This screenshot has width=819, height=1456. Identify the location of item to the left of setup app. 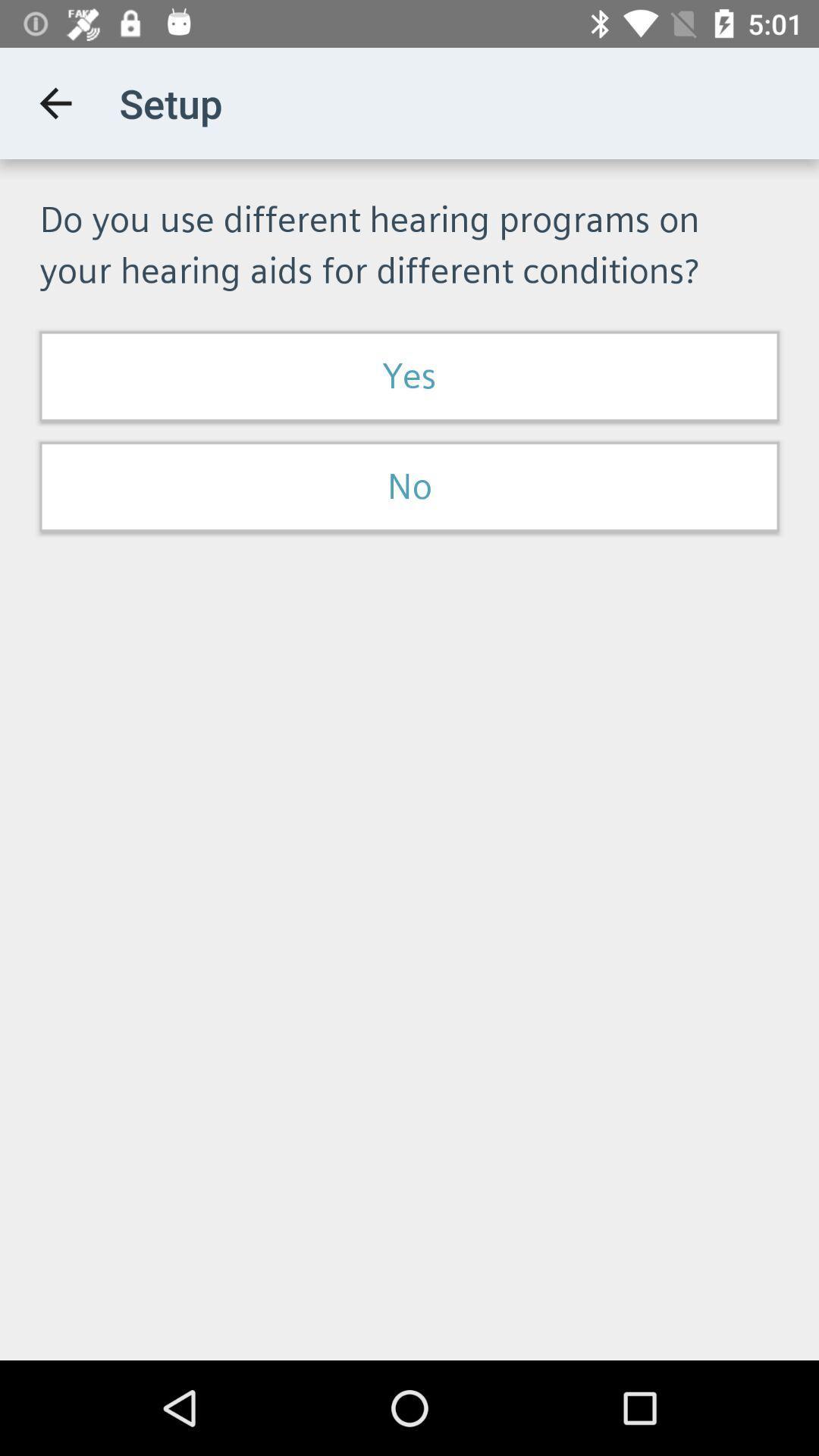
(55, 102).